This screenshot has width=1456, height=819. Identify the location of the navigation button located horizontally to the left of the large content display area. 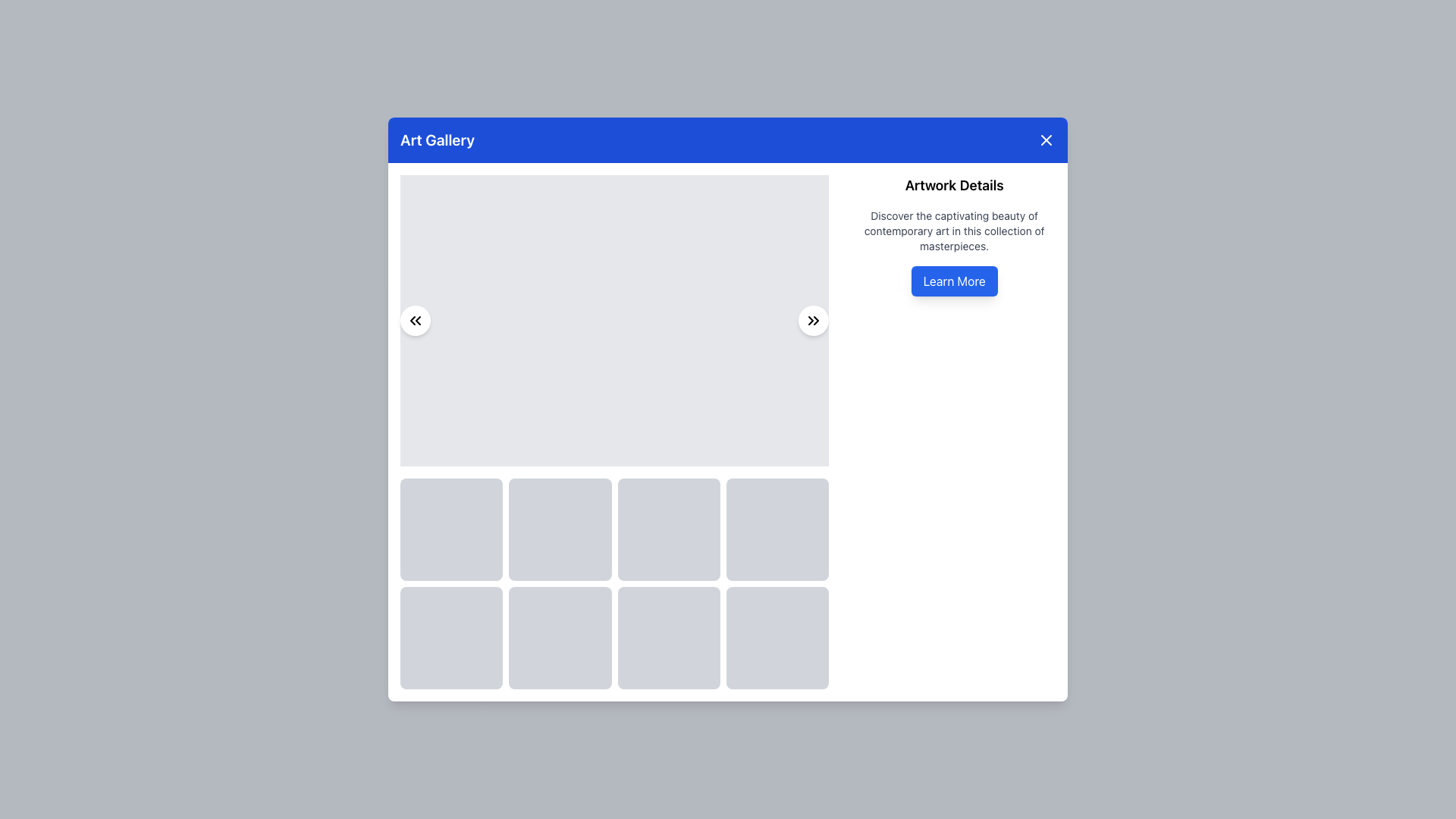
(415, 318).